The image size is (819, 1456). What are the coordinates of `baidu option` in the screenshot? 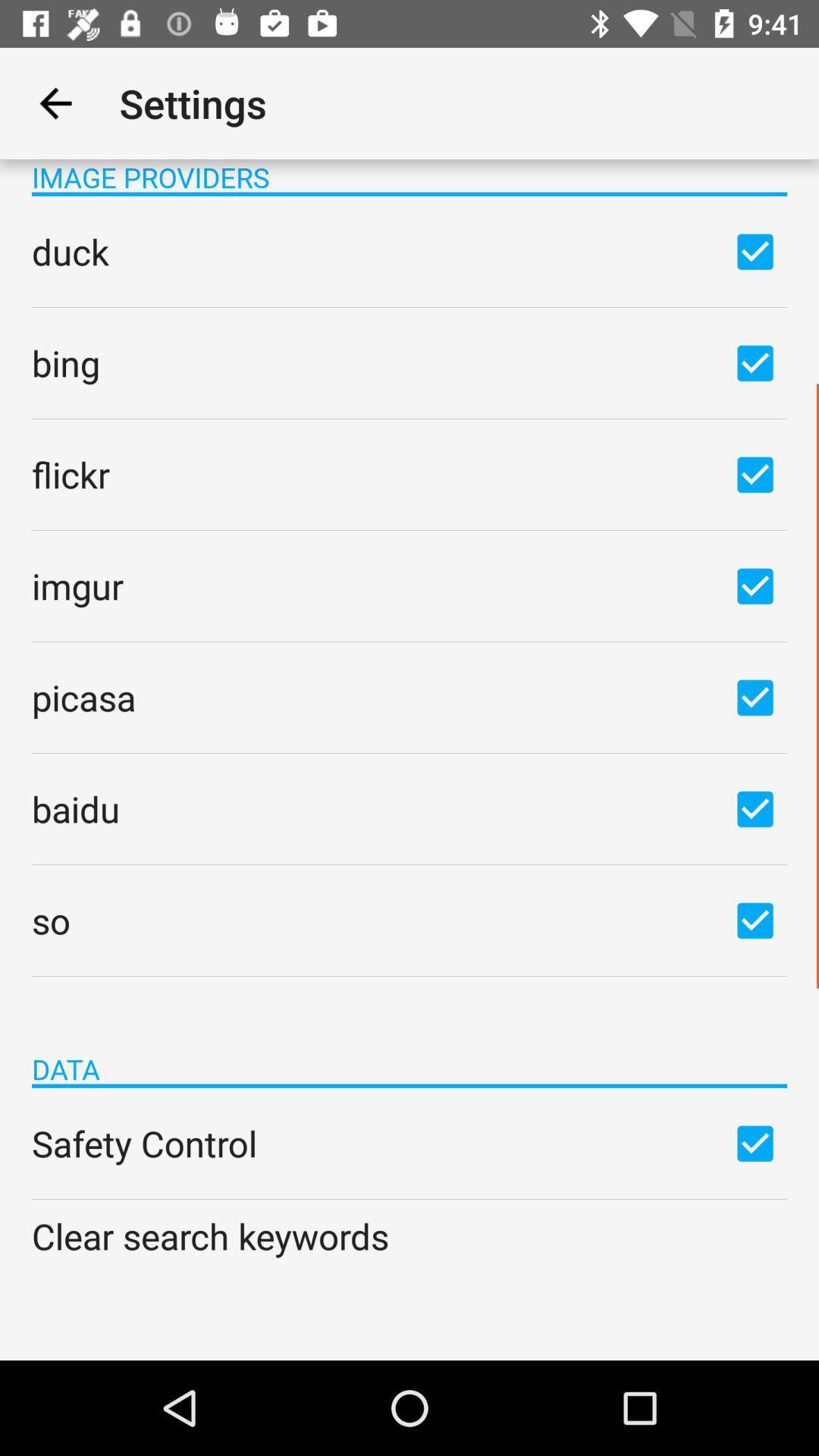 It's located at (755, 808).